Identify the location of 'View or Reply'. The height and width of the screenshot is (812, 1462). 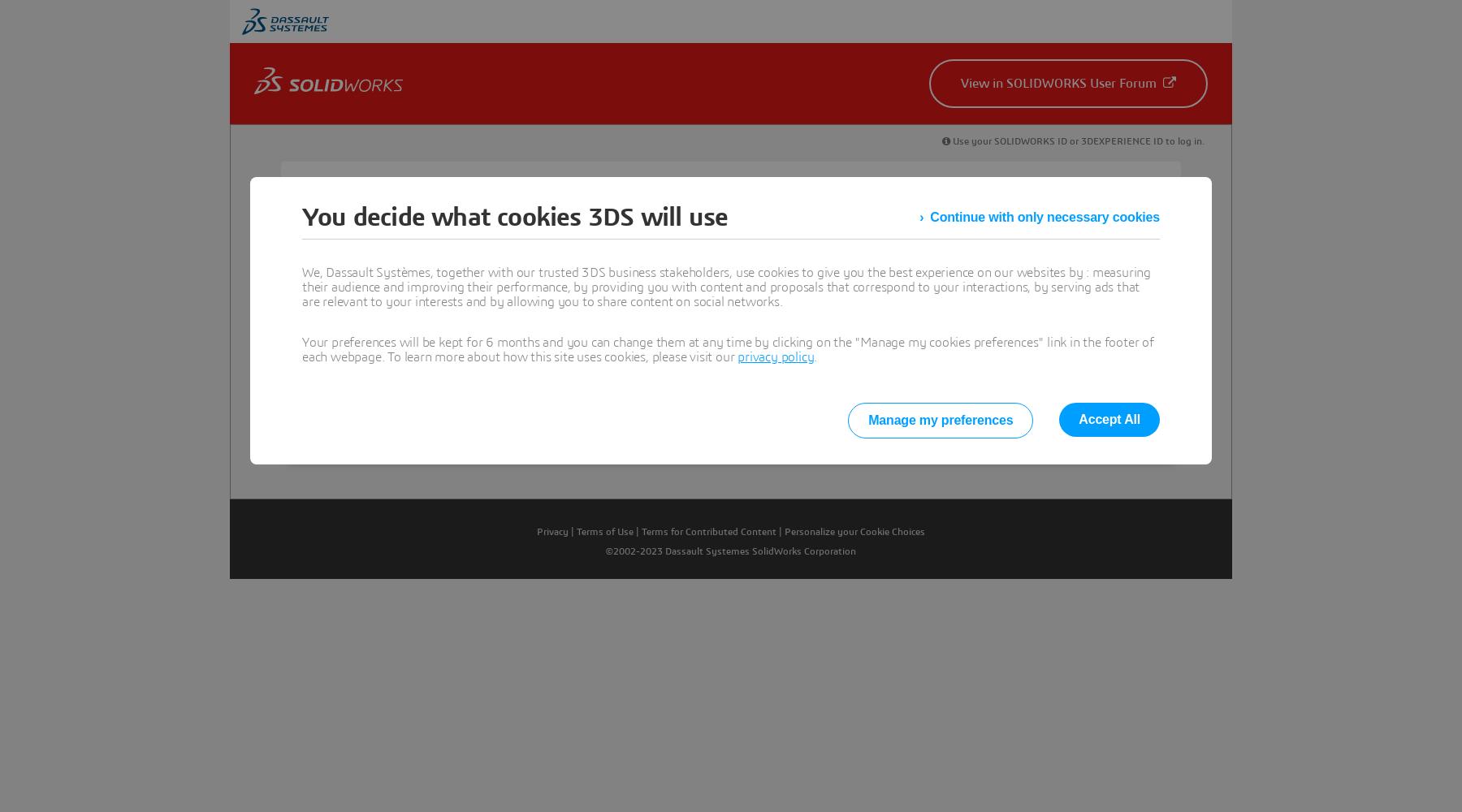
(383, 397).